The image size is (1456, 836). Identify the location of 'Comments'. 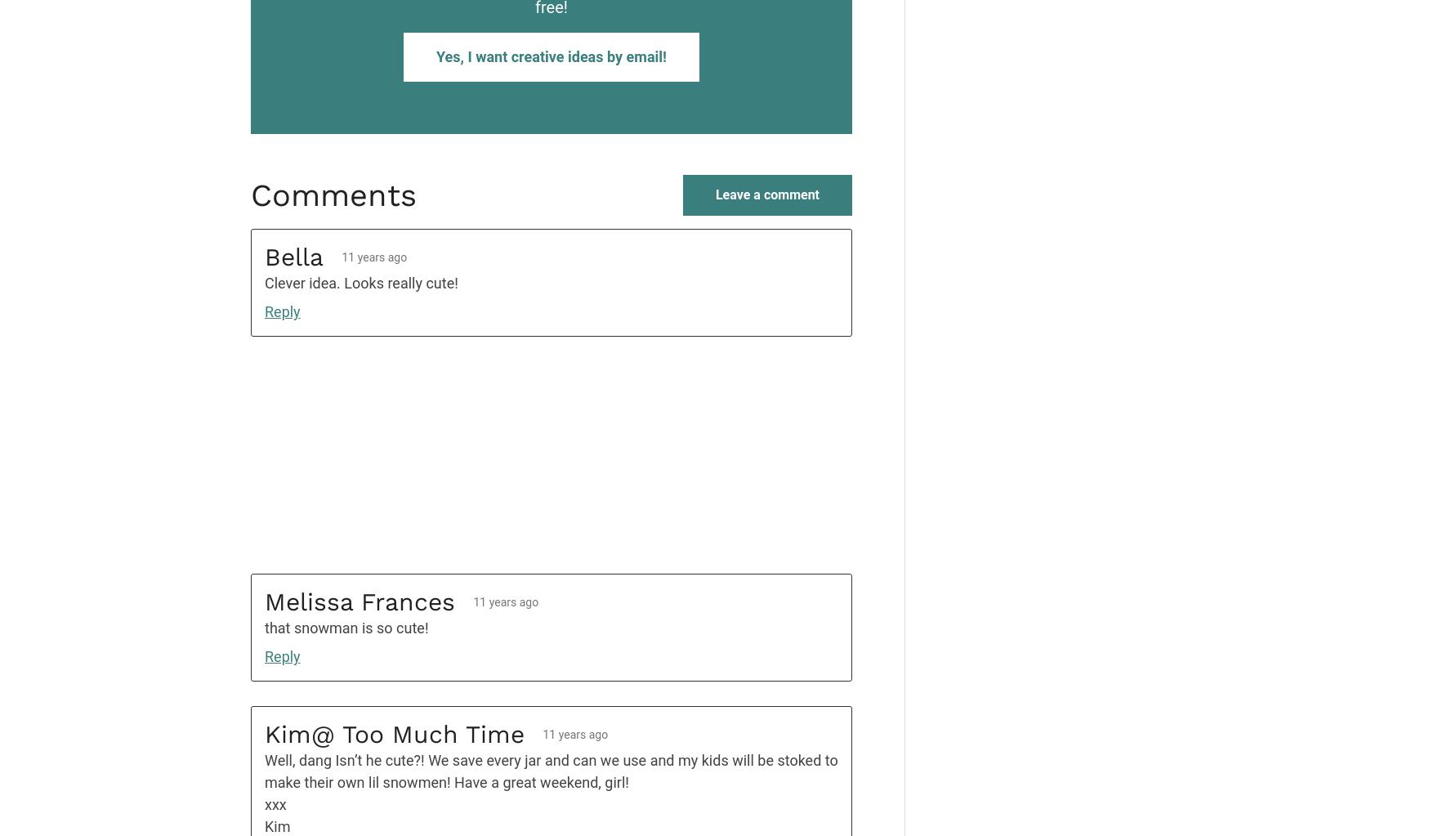
(333, 194).